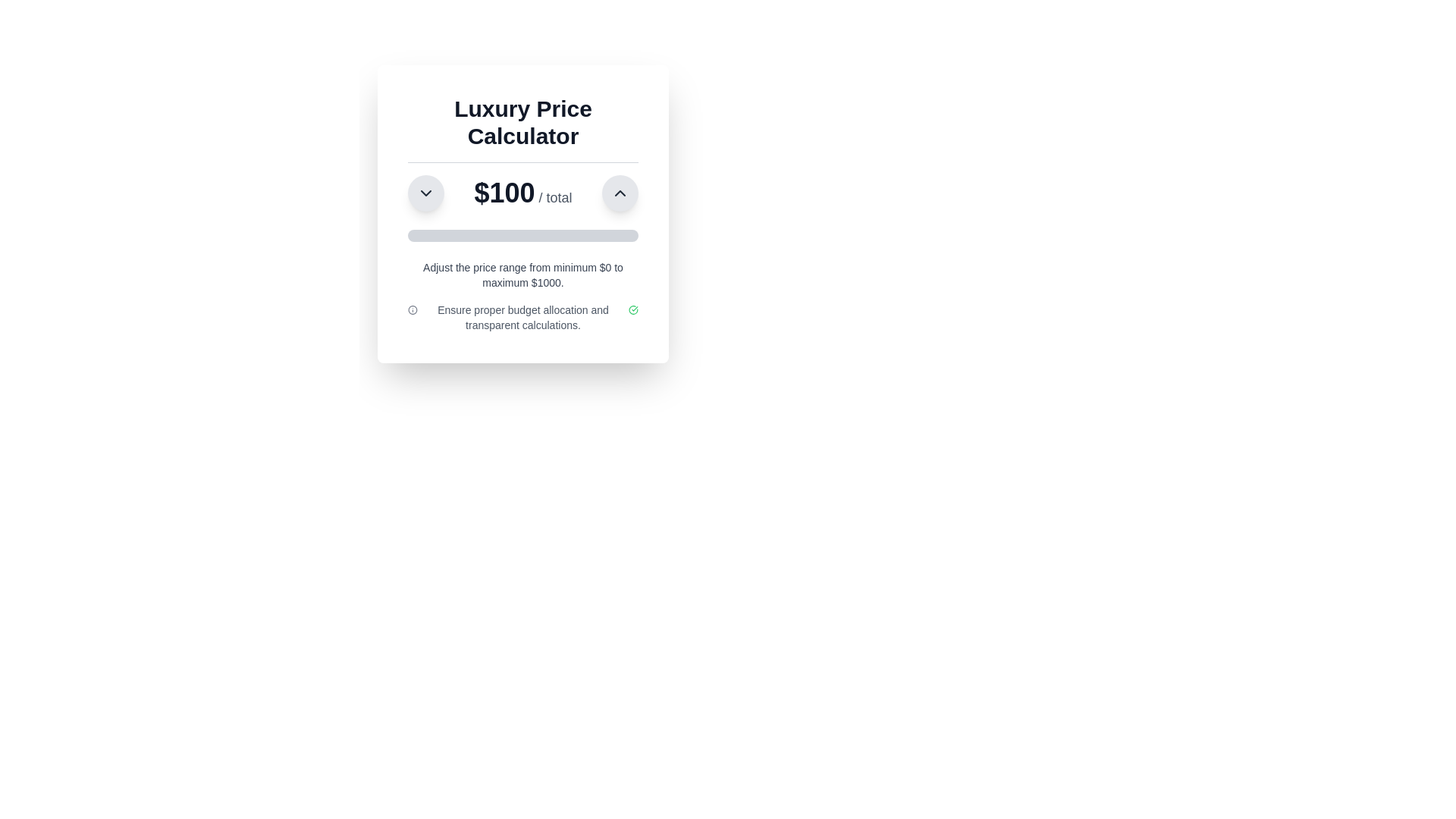  I want to click on the text label displaying the message '$100 / total', which is prominently centered below the 'Luxury Price Calculator' heading, so click(523, 186).